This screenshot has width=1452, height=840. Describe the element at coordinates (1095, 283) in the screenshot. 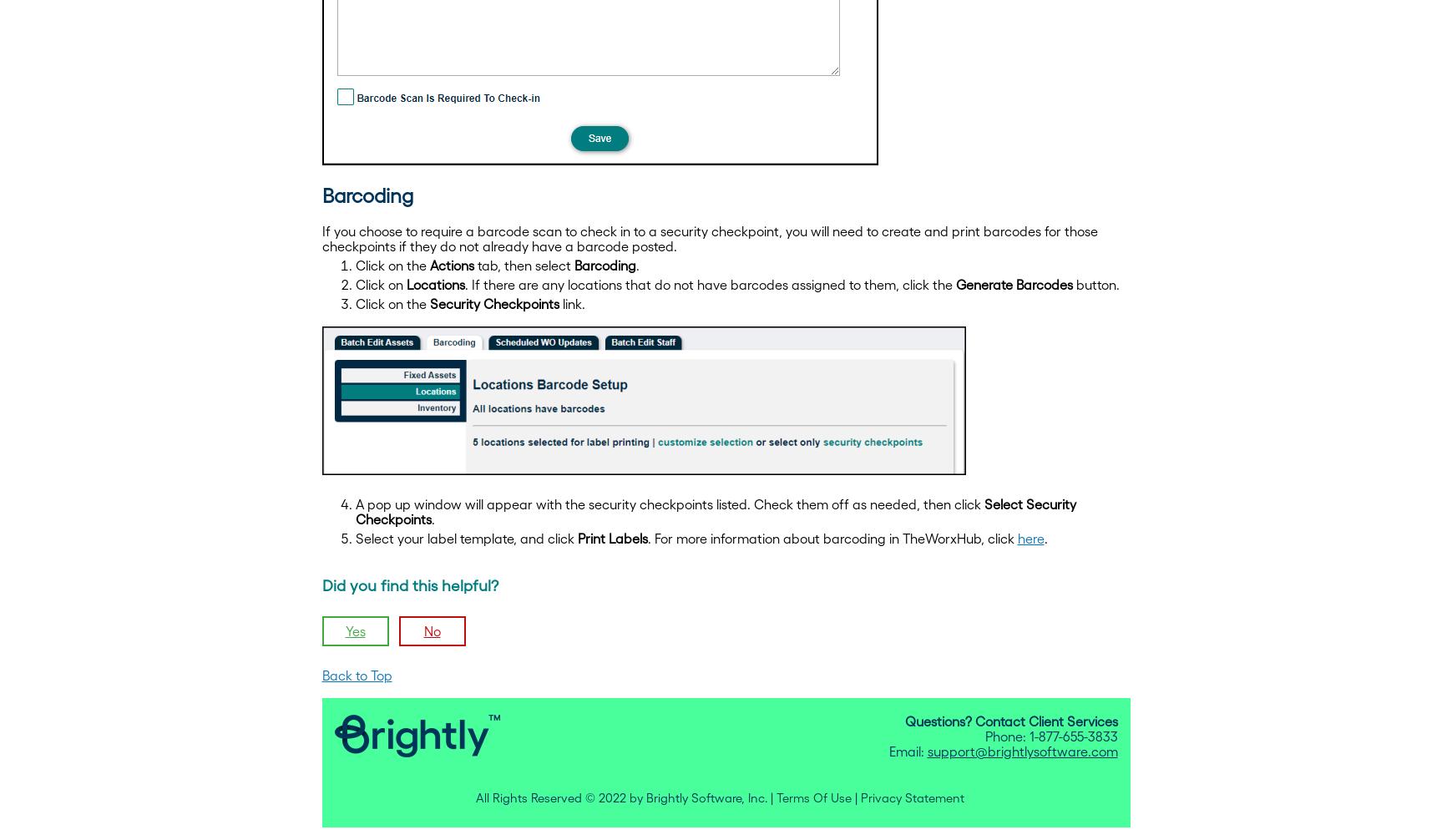

I see `'button.'` at that location.